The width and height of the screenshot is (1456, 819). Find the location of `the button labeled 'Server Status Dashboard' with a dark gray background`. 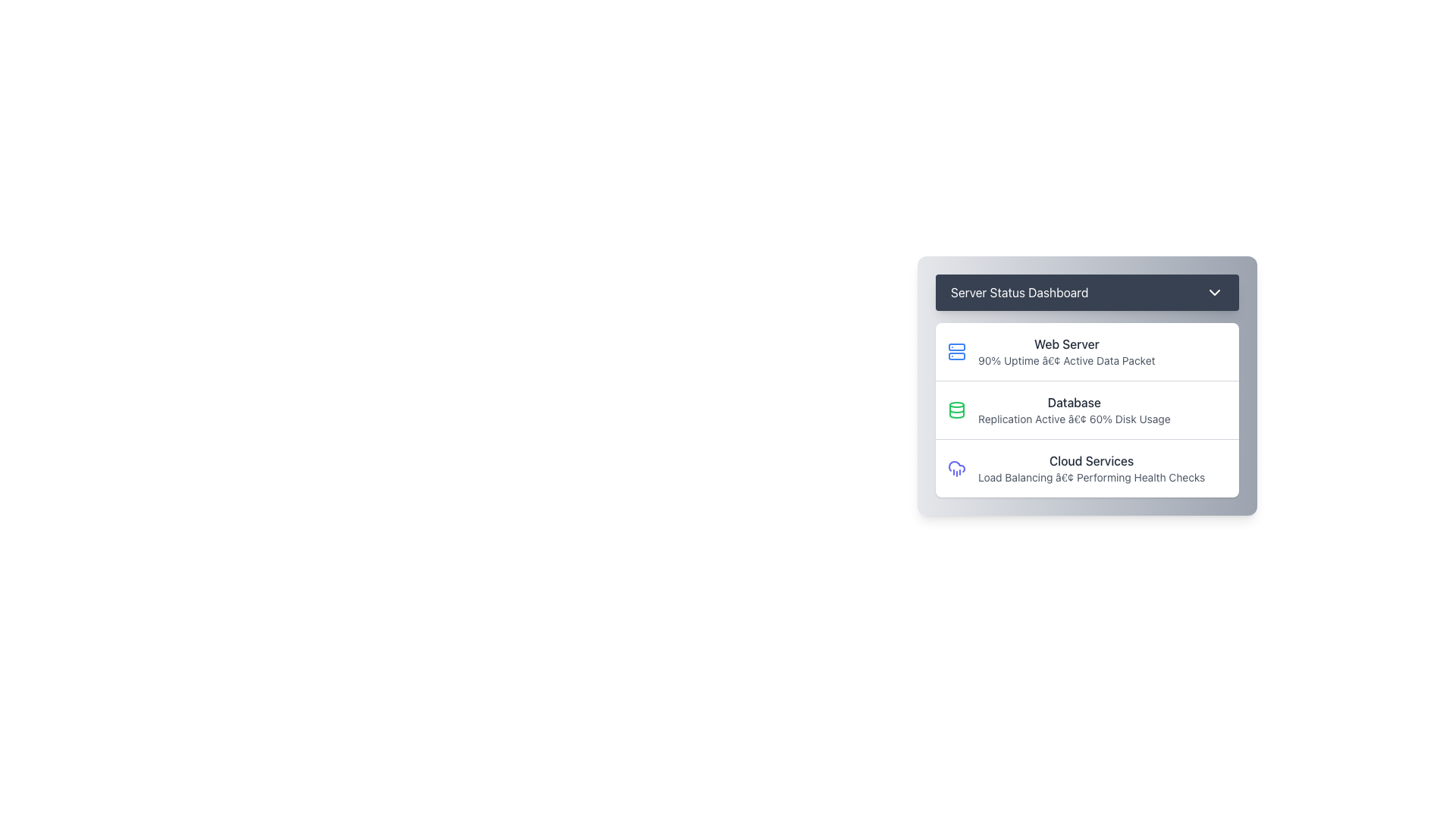

the button labeled 'Server Status Dashboard' with a dark gray background is located at coordinates (1087, 292).